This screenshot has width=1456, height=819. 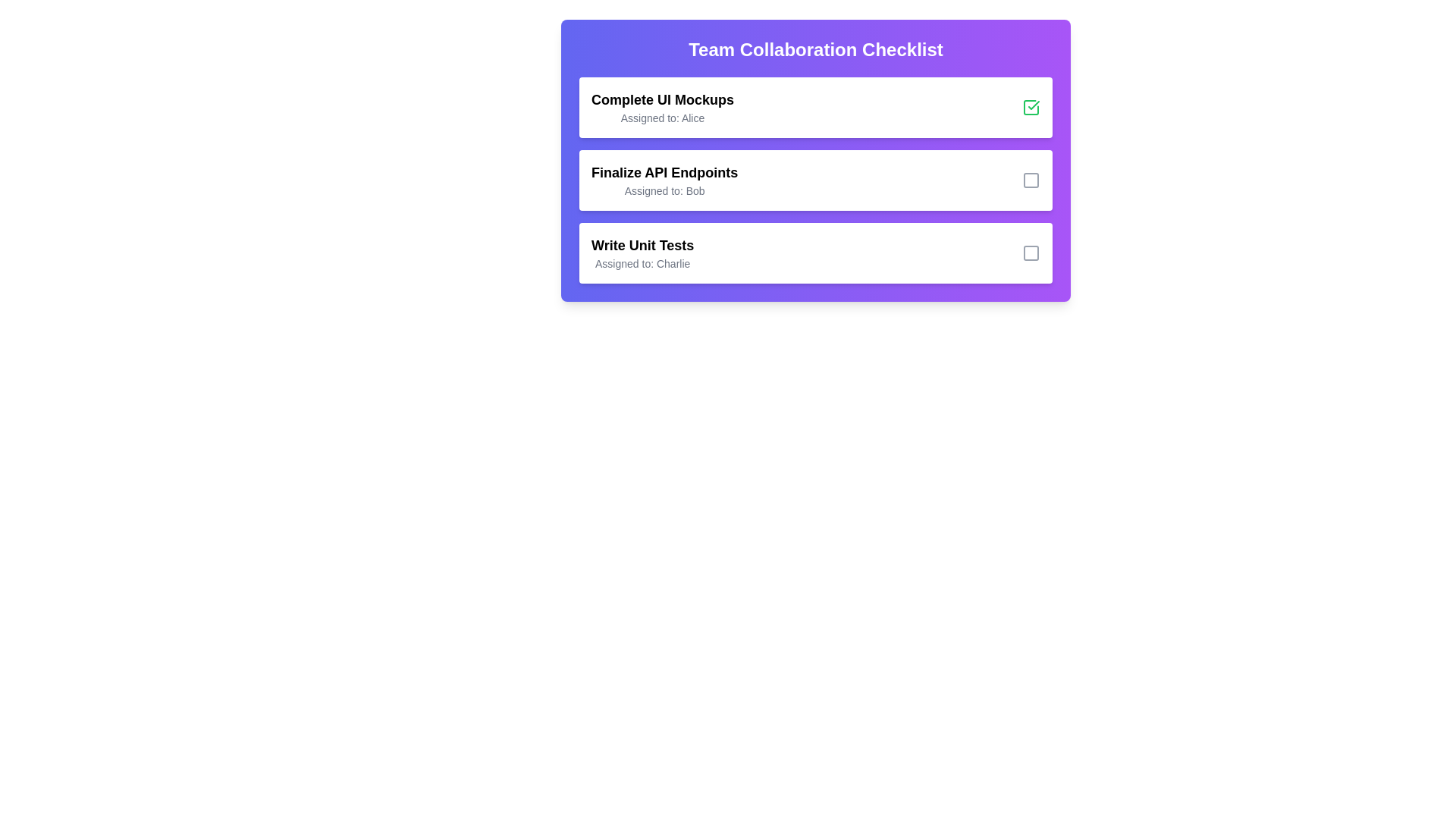 What do you see at coordinates (664, 180) in the screenshot?
I see `the Text content block that serves as a task description, positioned as the second item in the task list` at bounding box center [664, 180].